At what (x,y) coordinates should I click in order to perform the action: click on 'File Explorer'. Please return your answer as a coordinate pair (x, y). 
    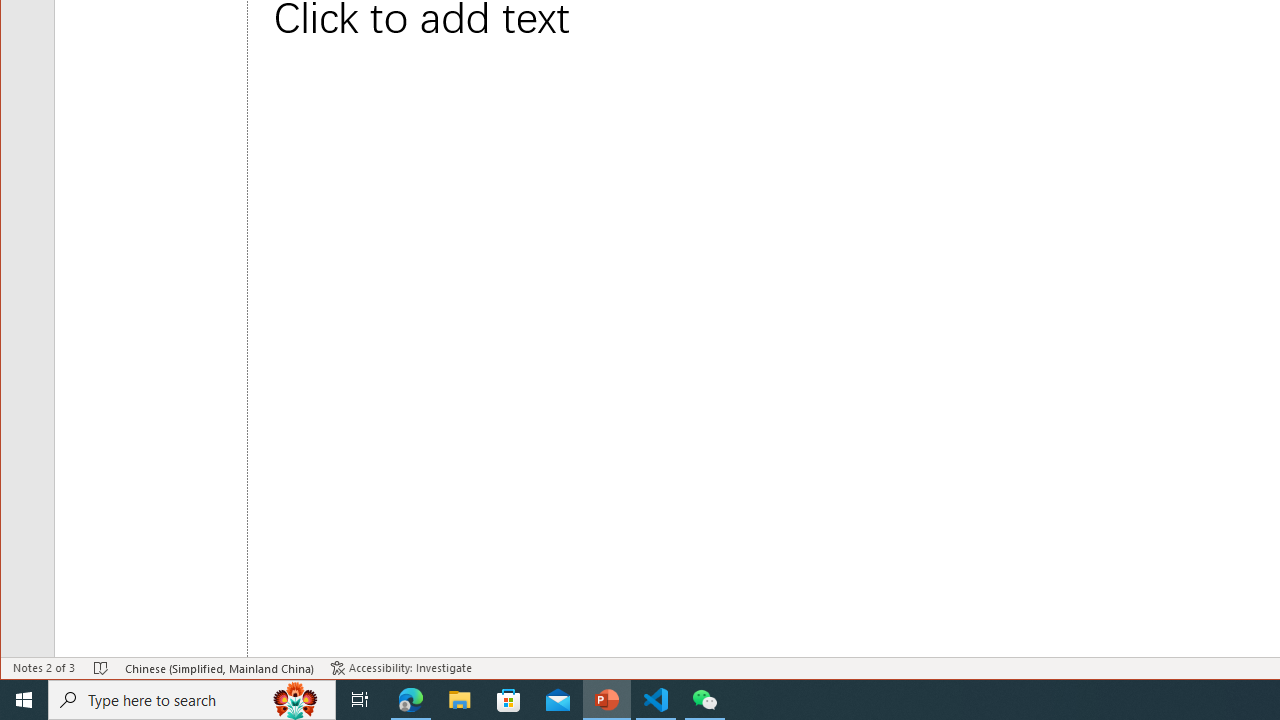
    Looking at the image, I should click on (459, 698).